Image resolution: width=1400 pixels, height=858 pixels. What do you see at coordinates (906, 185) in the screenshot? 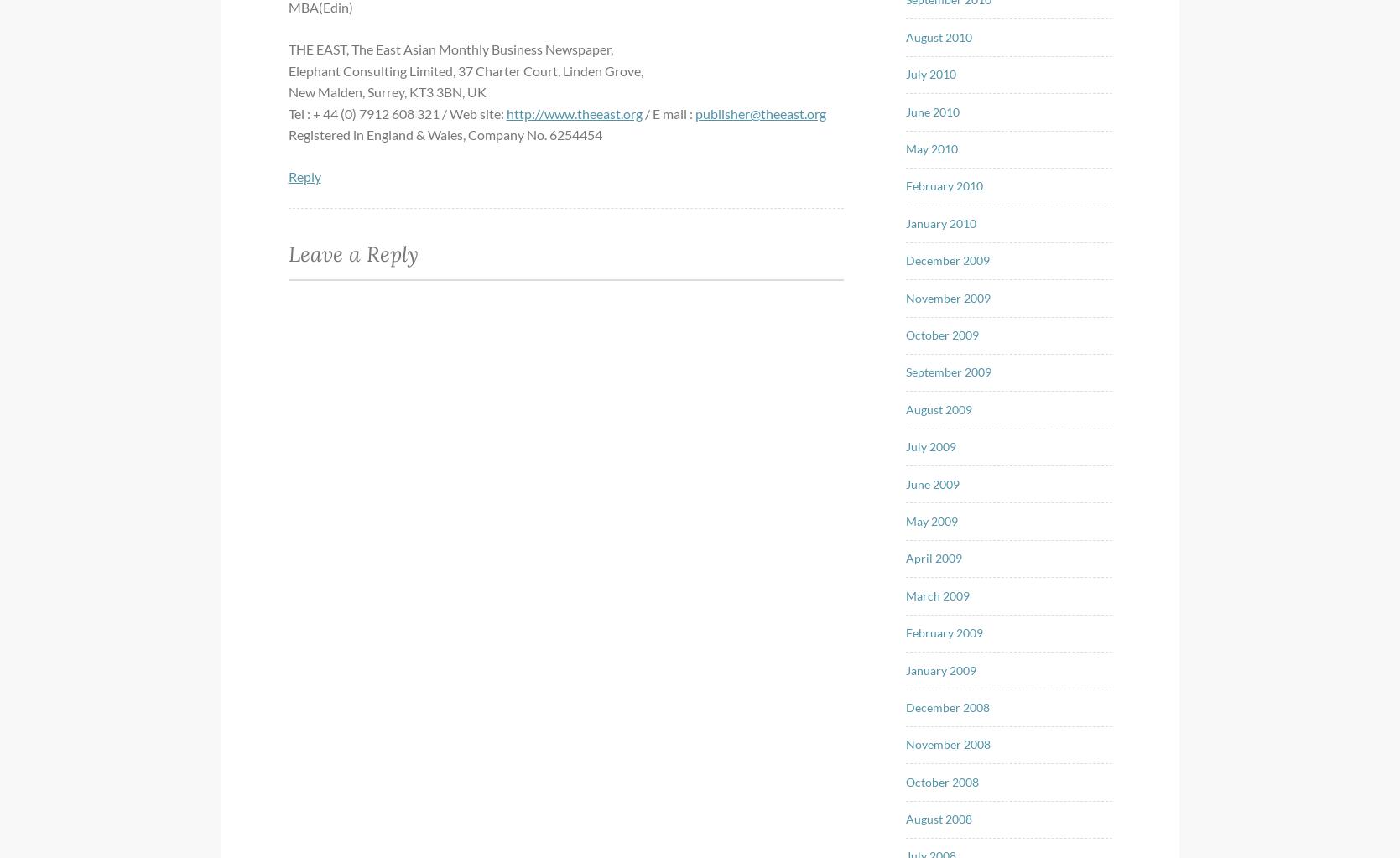
I see `'February 2010'` at bounding box center [906, 185].